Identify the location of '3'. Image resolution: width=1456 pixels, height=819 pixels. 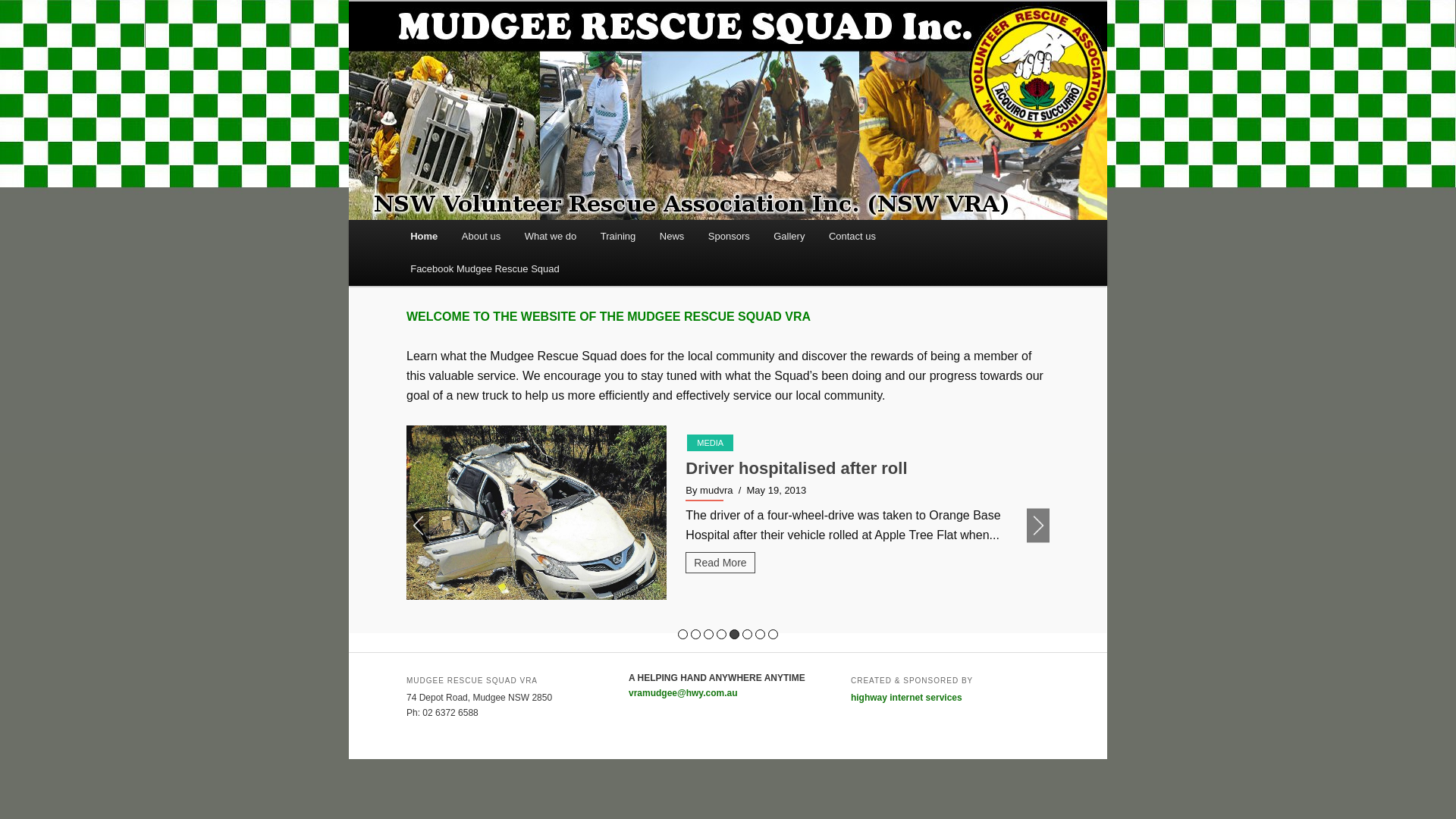
(708, 634).